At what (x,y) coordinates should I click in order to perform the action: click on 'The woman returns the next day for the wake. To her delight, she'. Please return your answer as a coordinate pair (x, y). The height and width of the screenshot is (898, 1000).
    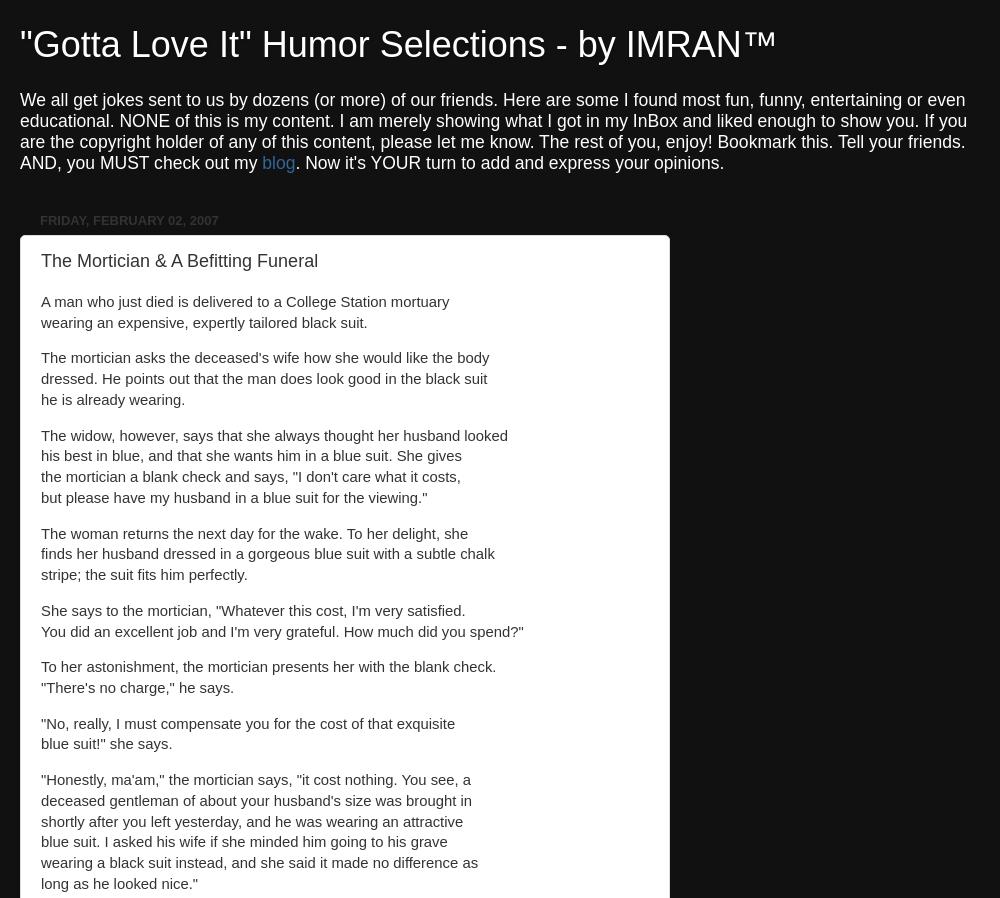
    Looking at the image, I should click on (41, 531).